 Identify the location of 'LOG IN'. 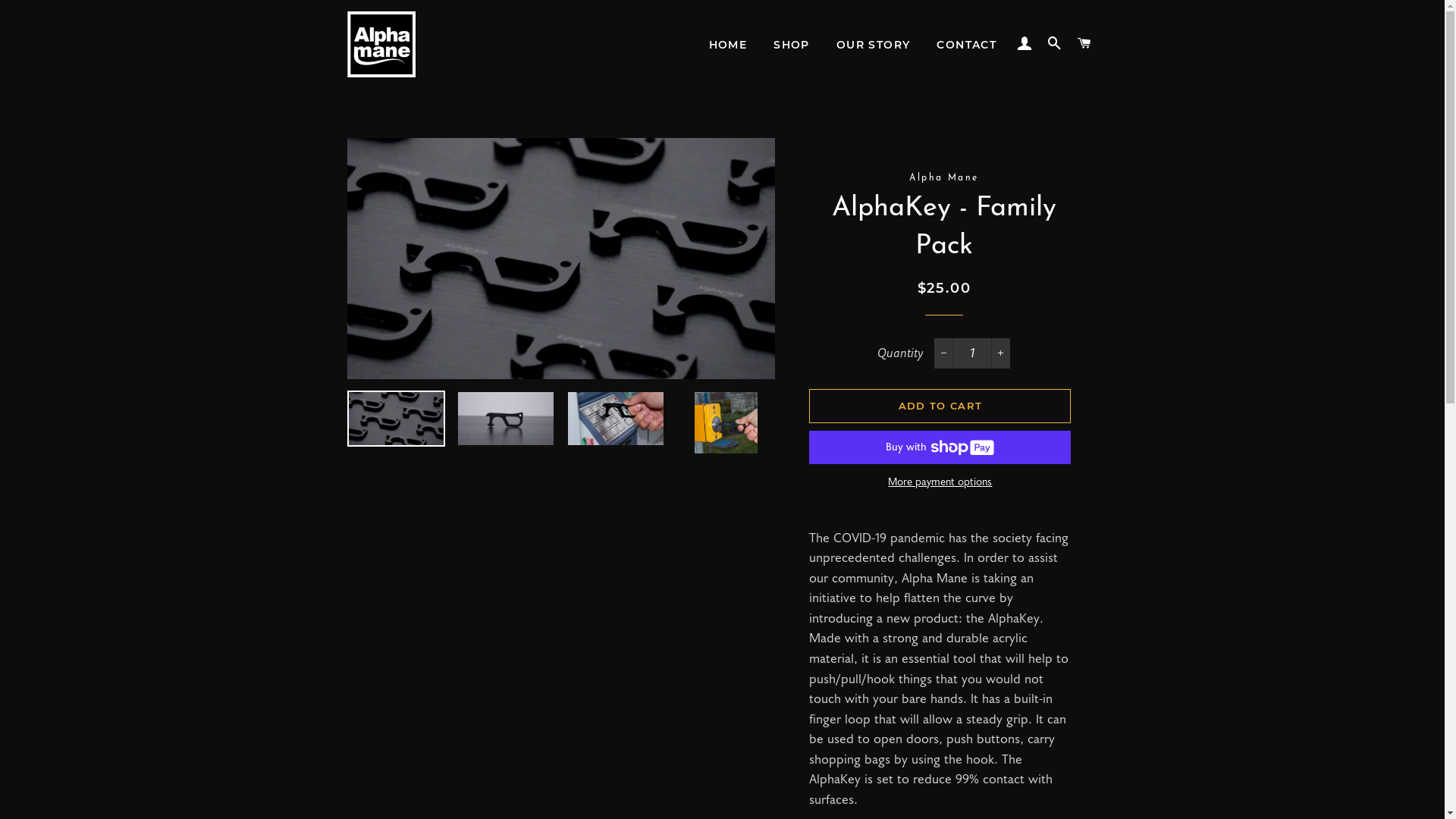
(1012, 42).